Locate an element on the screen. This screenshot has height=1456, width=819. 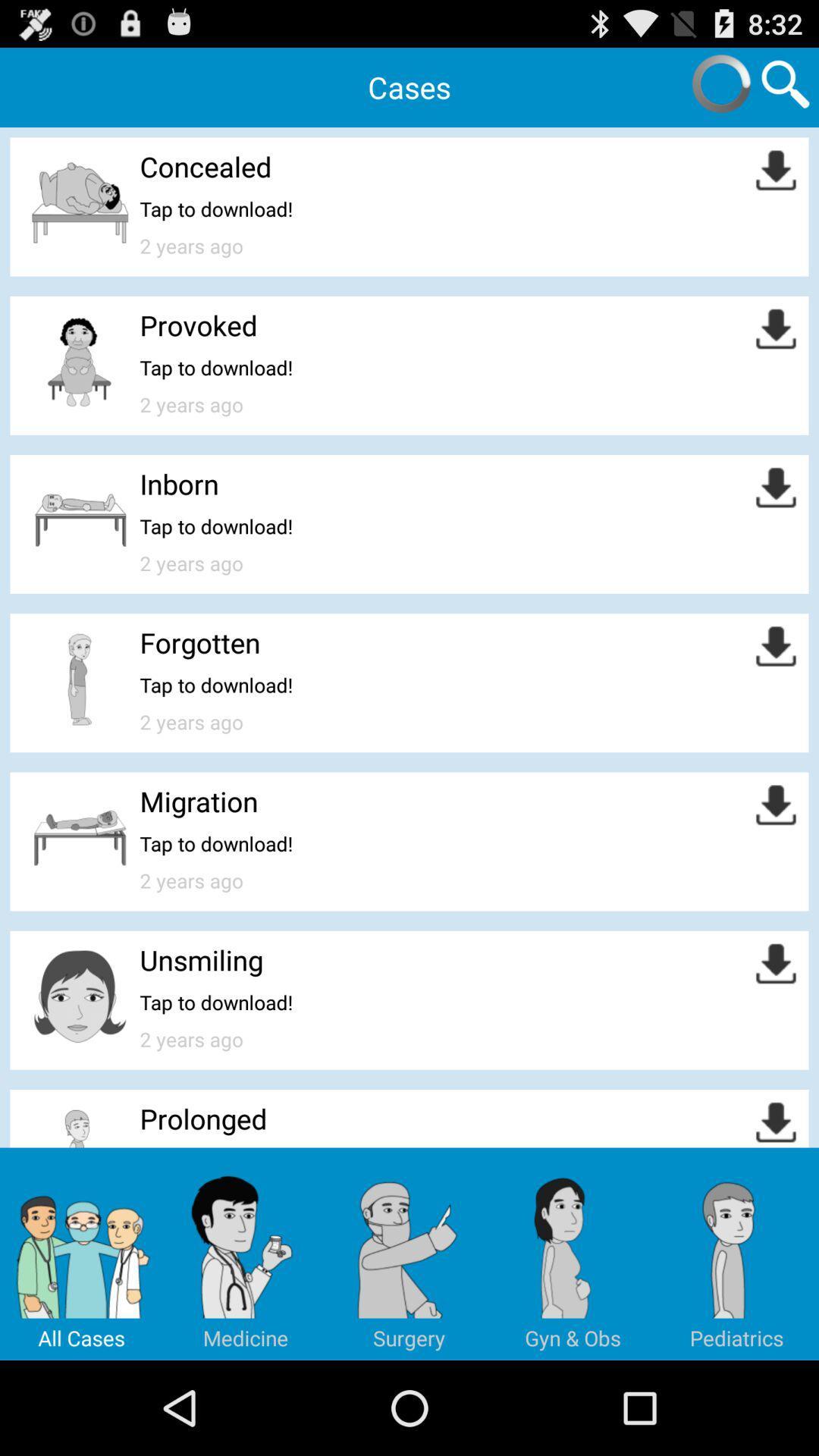
migration icon is located at coordinates (198, 800).